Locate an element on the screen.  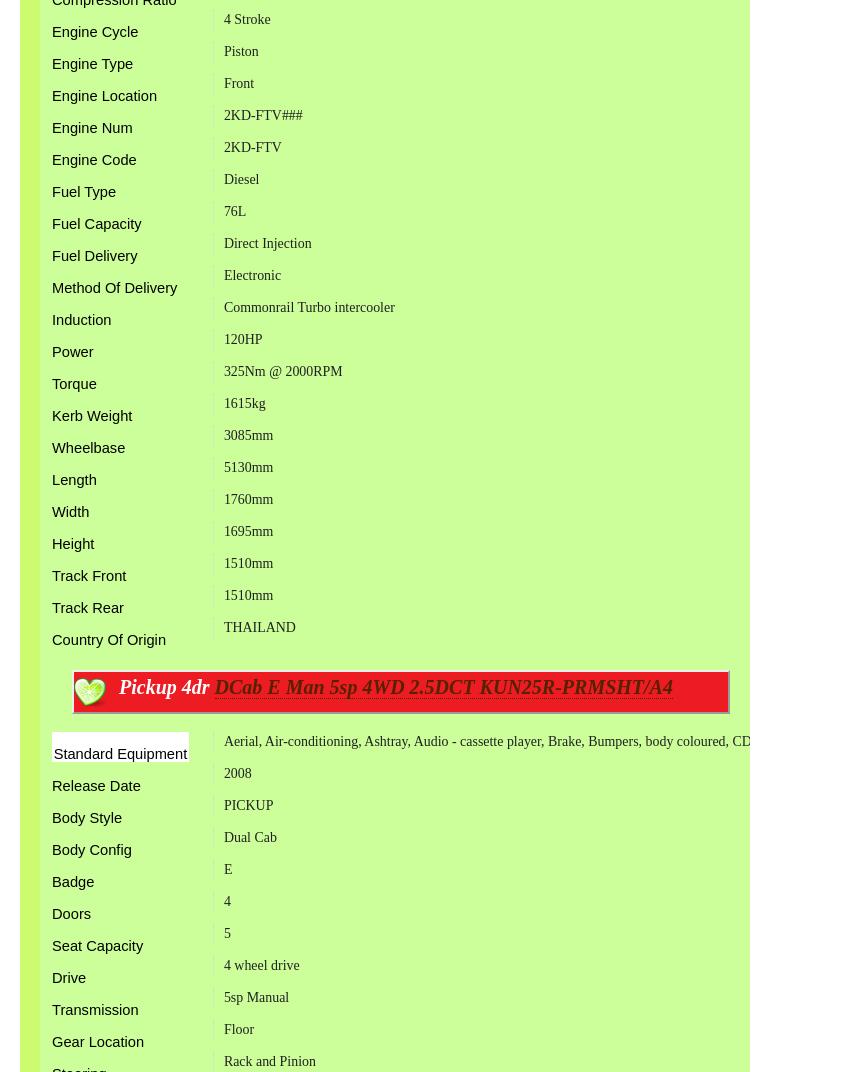
'Kerb 
						   Weight' is located at coordinates (92, 413).